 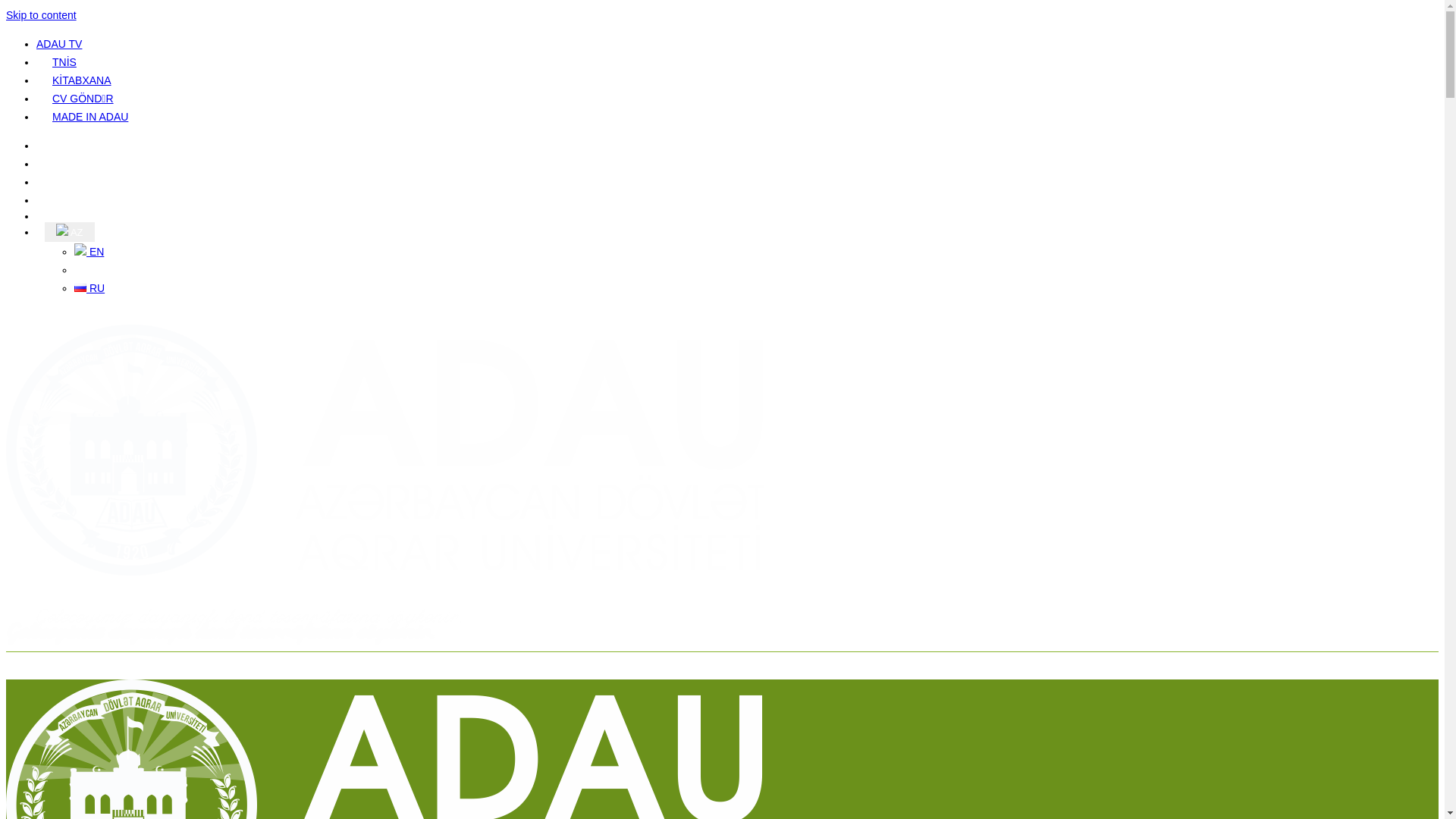 I want to click on 'Skip to content', so click(x=41, y=14).